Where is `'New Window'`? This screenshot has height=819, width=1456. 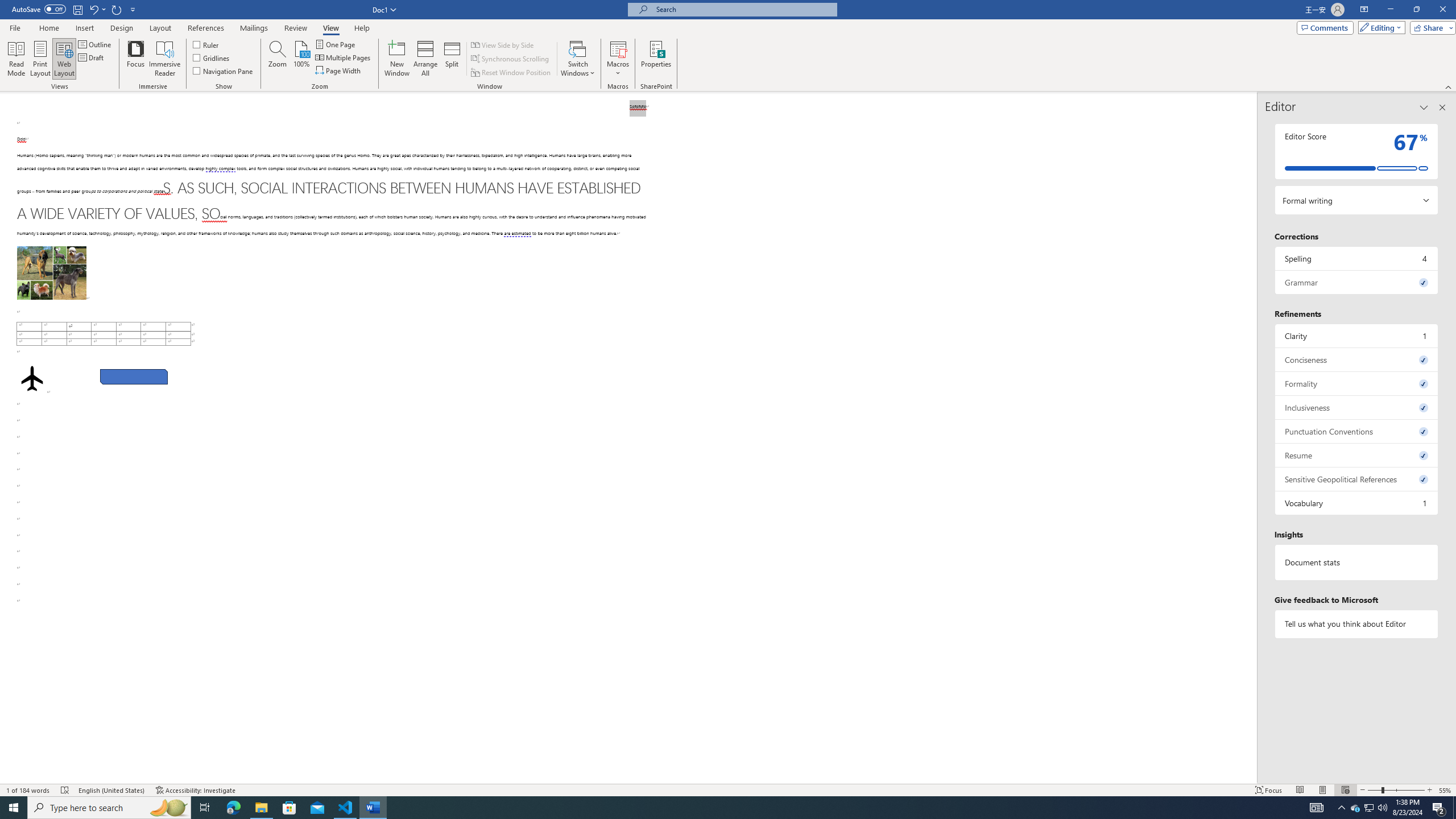
'New Window' is located at coordinates (396, 59).